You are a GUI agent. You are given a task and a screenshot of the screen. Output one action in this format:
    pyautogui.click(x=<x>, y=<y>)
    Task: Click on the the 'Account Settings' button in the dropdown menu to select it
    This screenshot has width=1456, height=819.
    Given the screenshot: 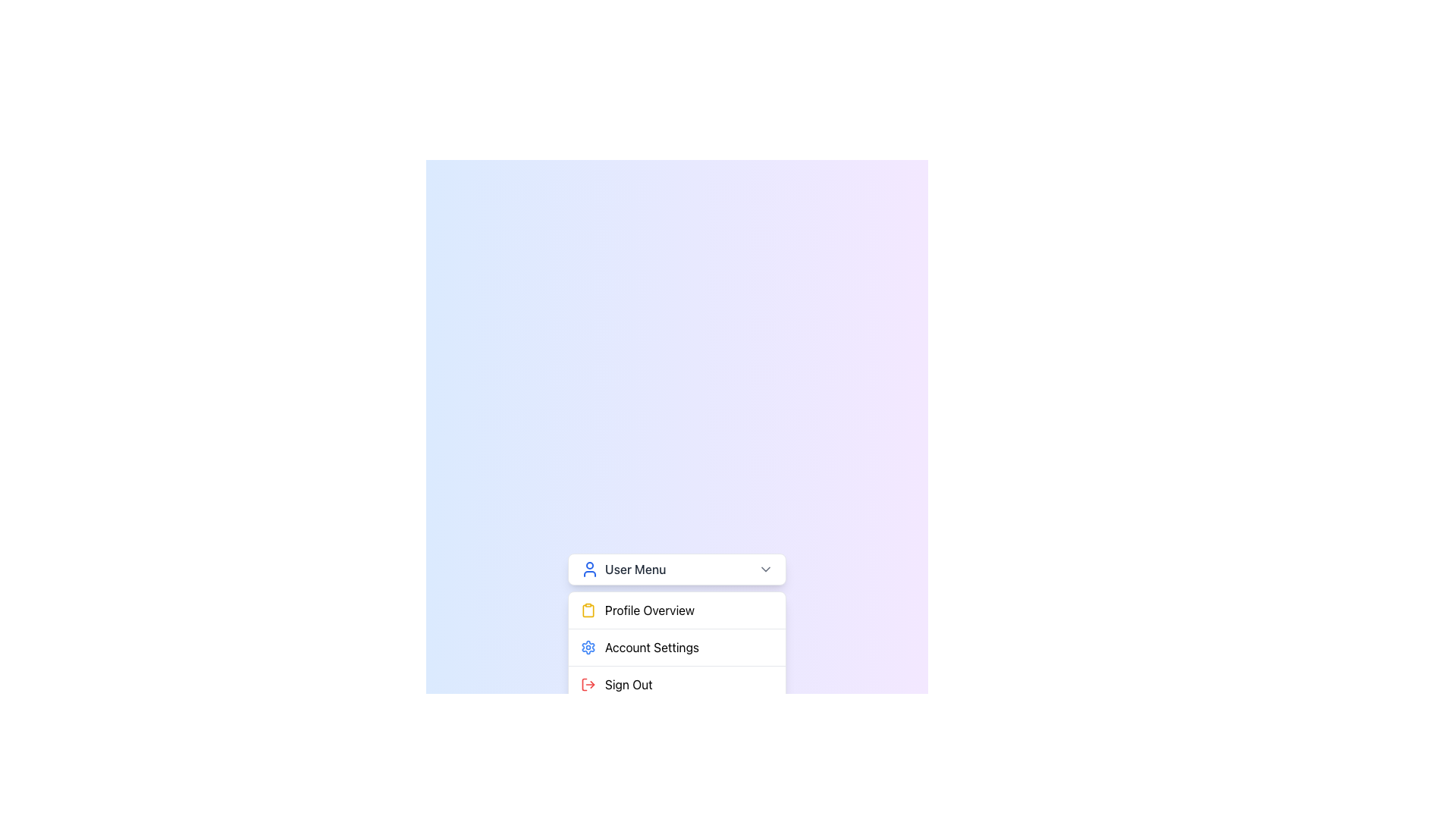 What is the action you would take?
    pyautogui.click(x=676, y=647)
    